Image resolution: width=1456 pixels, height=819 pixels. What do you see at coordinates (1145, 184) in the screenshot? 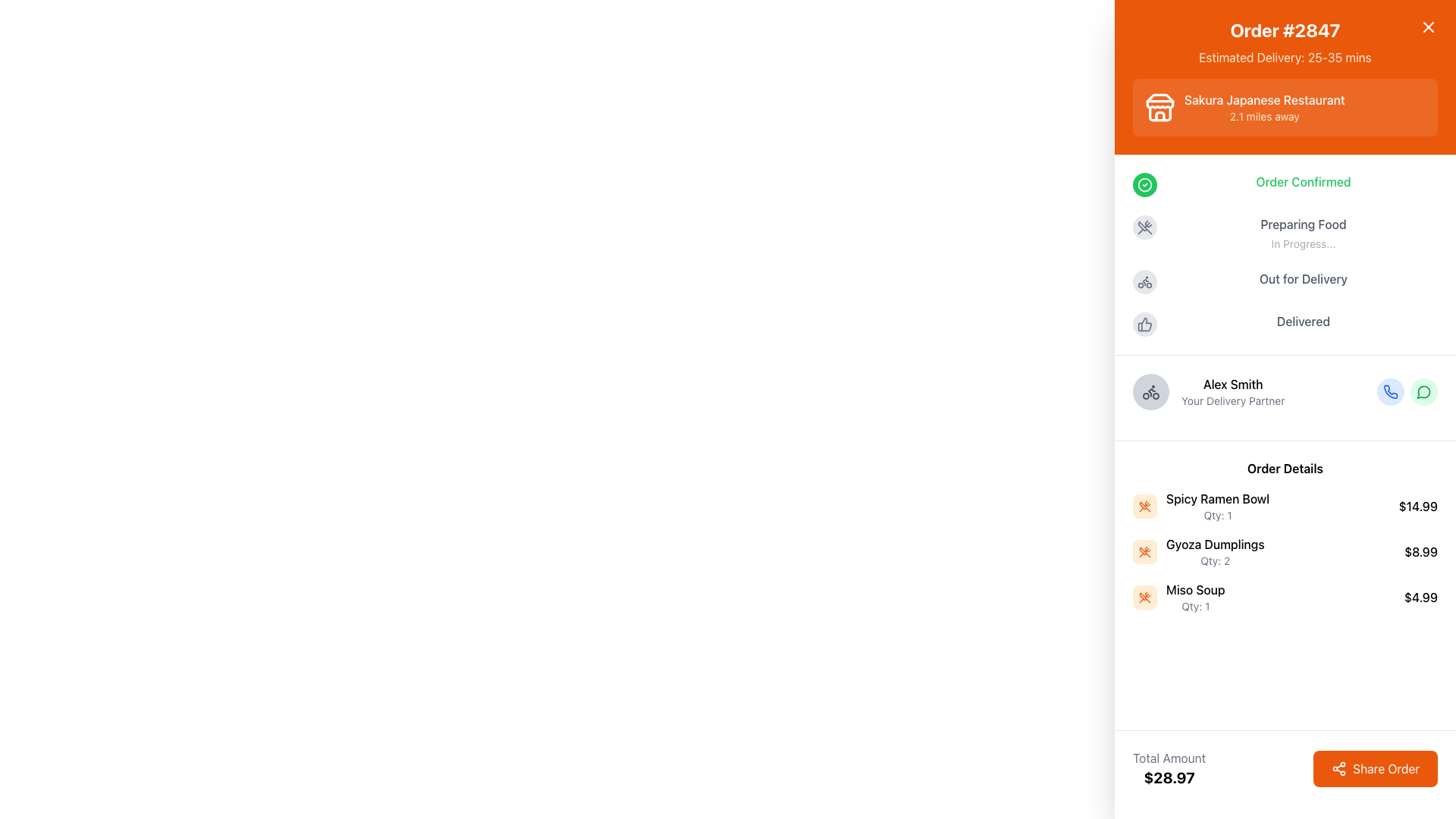
I see `the SVG circle shape that represents the confirmation status, which is white and situated on a green background, located to the left of the 'Order Confirmed' label` at bounding box center [1145, 184].